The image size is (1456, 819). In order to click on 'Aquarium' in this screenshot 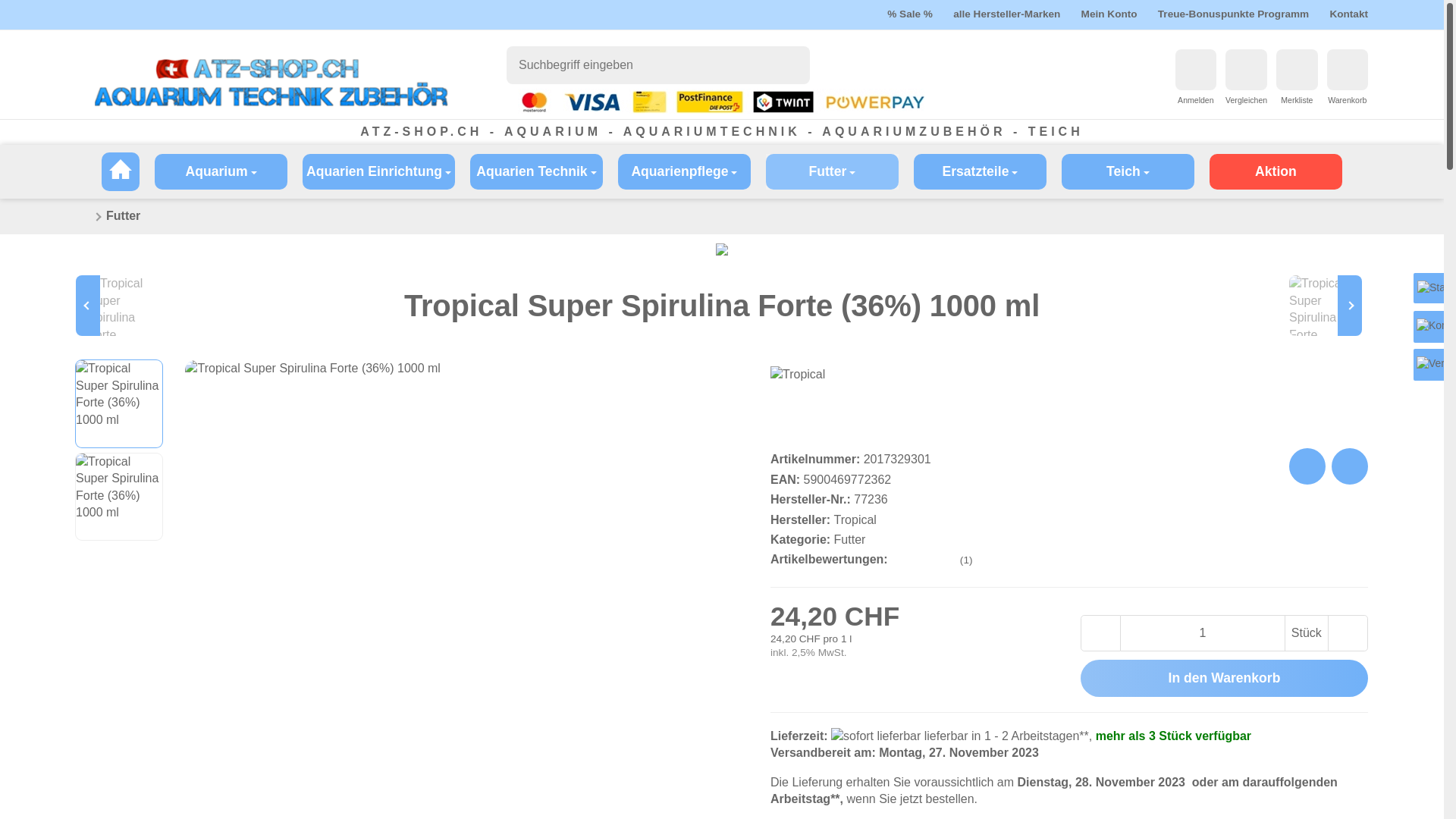, I will do `click(220, 171)`.